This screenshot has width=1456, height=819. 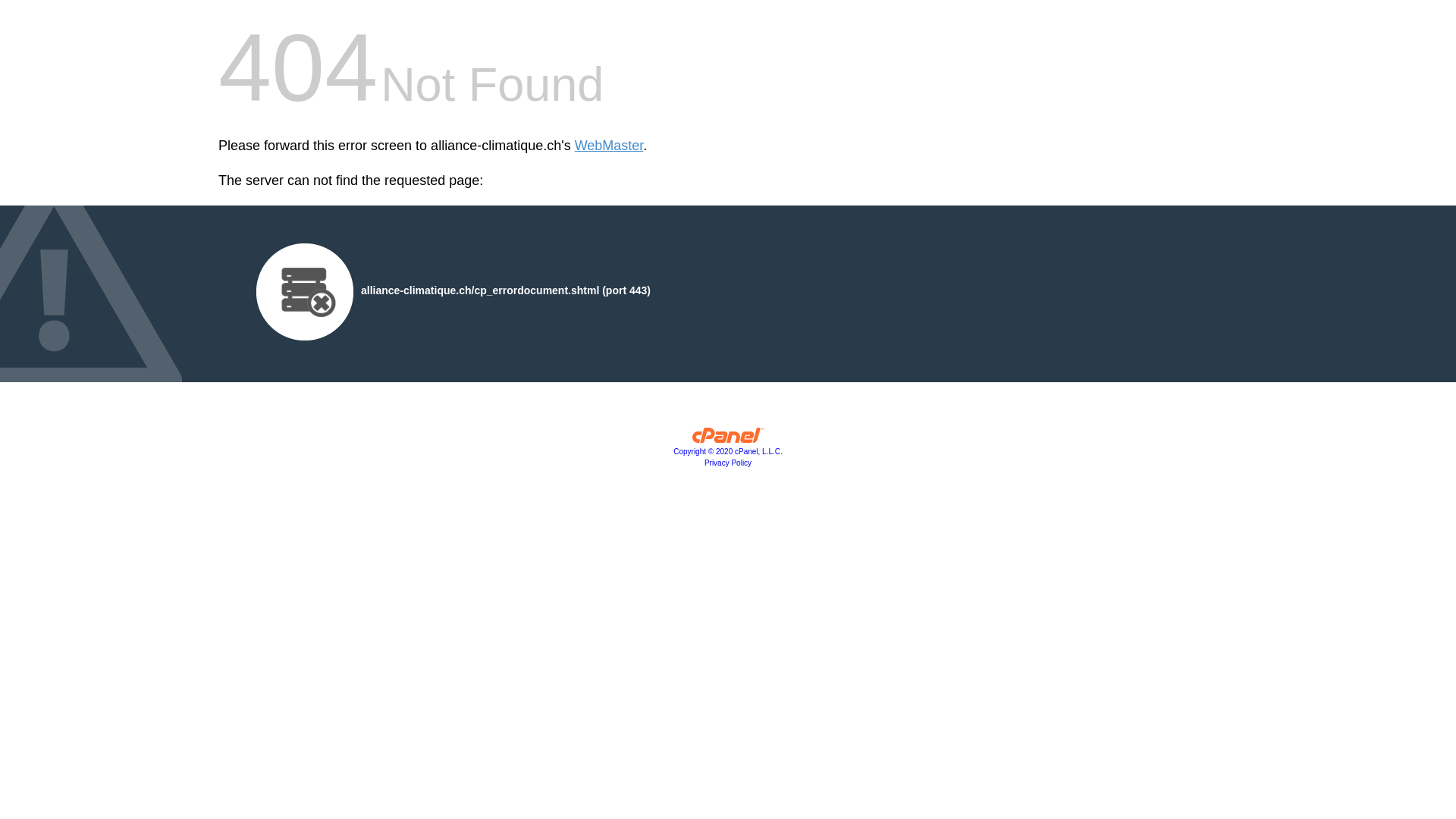 What do you see at coordinates (728, 438) in the screenshot?
I see `'cPanel, Inc.'` at bounding box center [728, 438].